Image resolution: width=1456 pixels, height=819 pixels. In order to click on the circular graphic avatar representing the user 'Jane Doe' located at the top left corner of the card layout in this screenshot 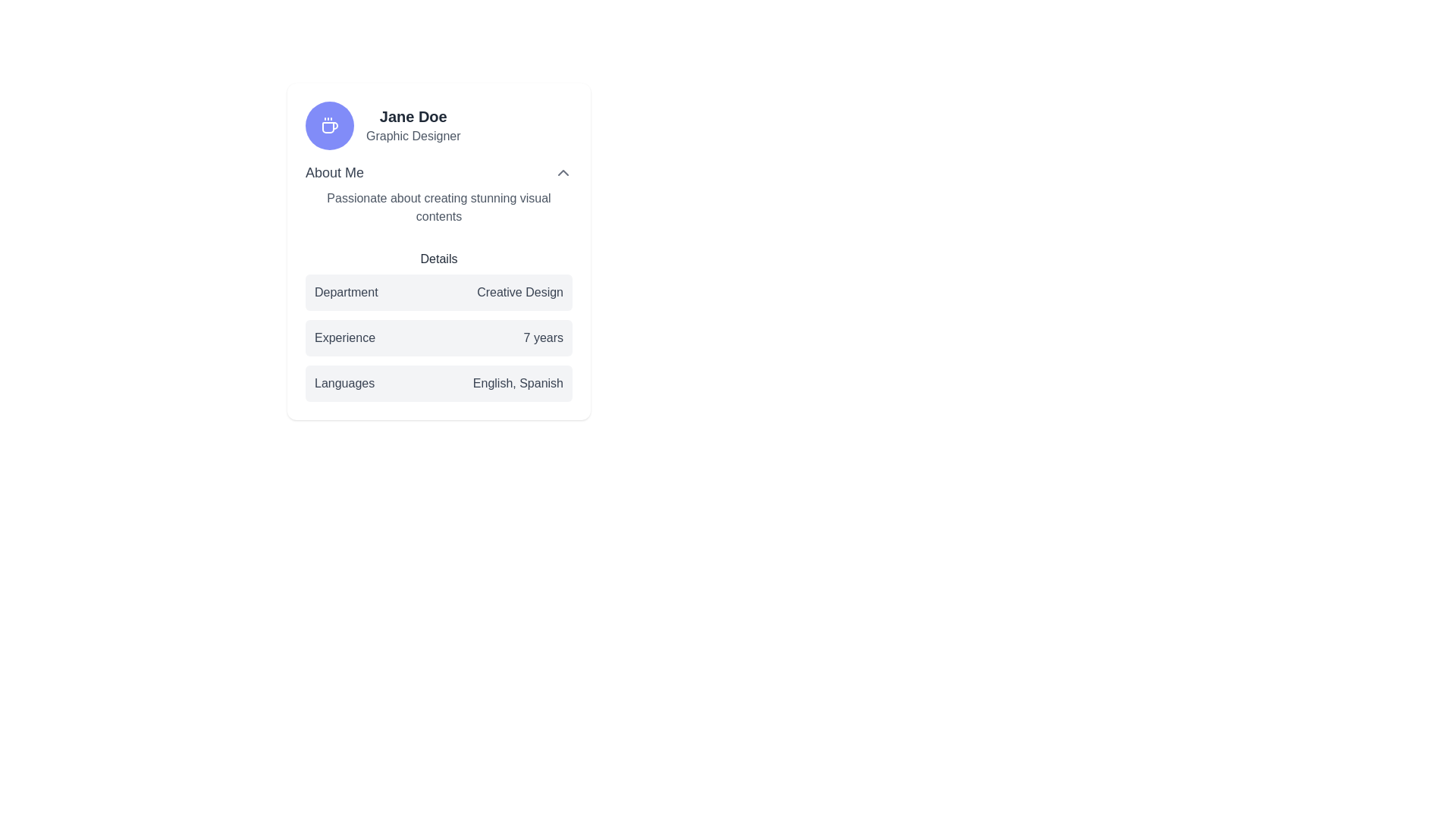, I will do `click(329, 124)`.